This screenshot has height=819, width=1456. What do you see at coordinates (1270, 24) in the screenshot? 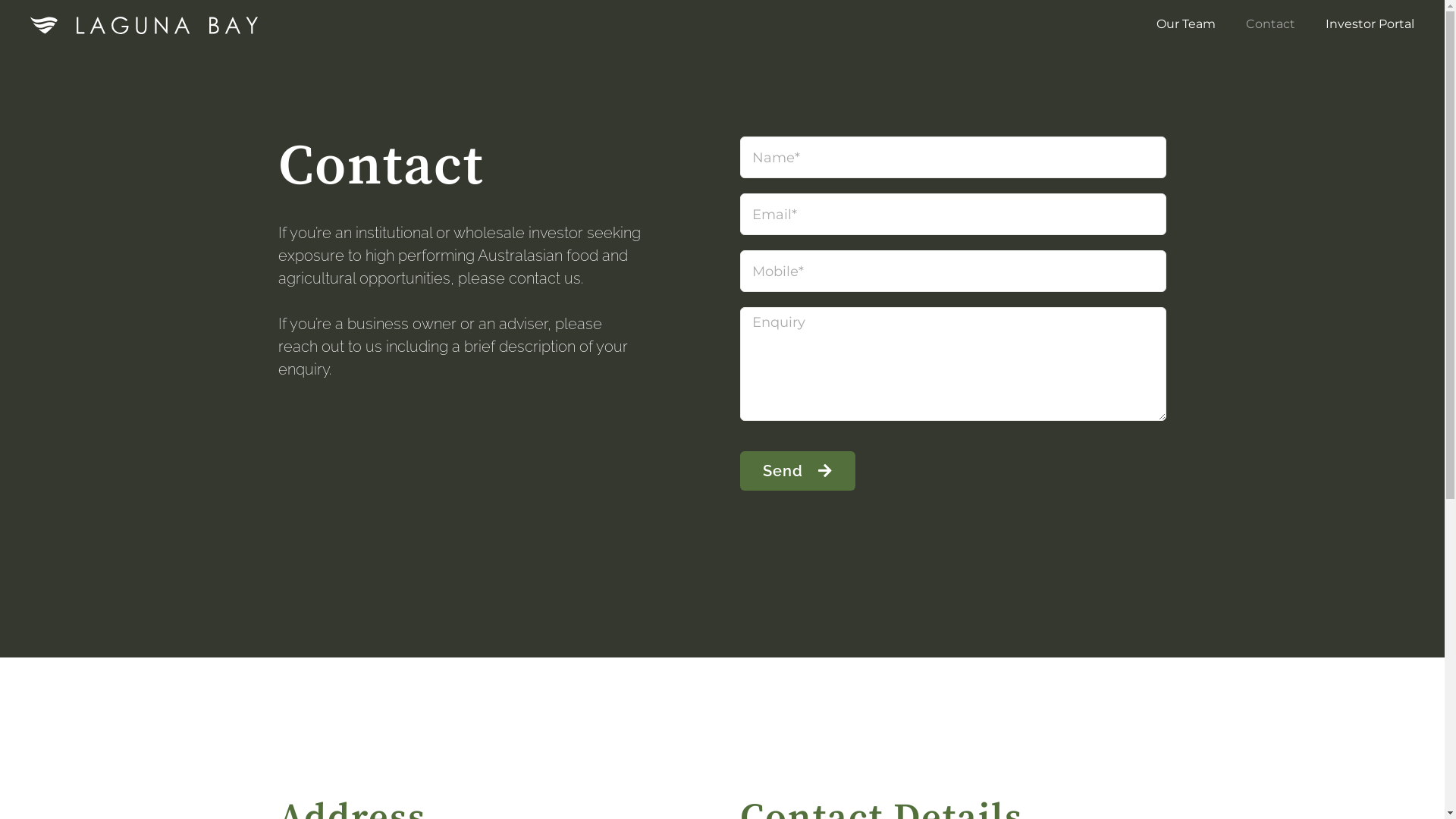
I see `'Contact'` at bounding box center [1270, 24].